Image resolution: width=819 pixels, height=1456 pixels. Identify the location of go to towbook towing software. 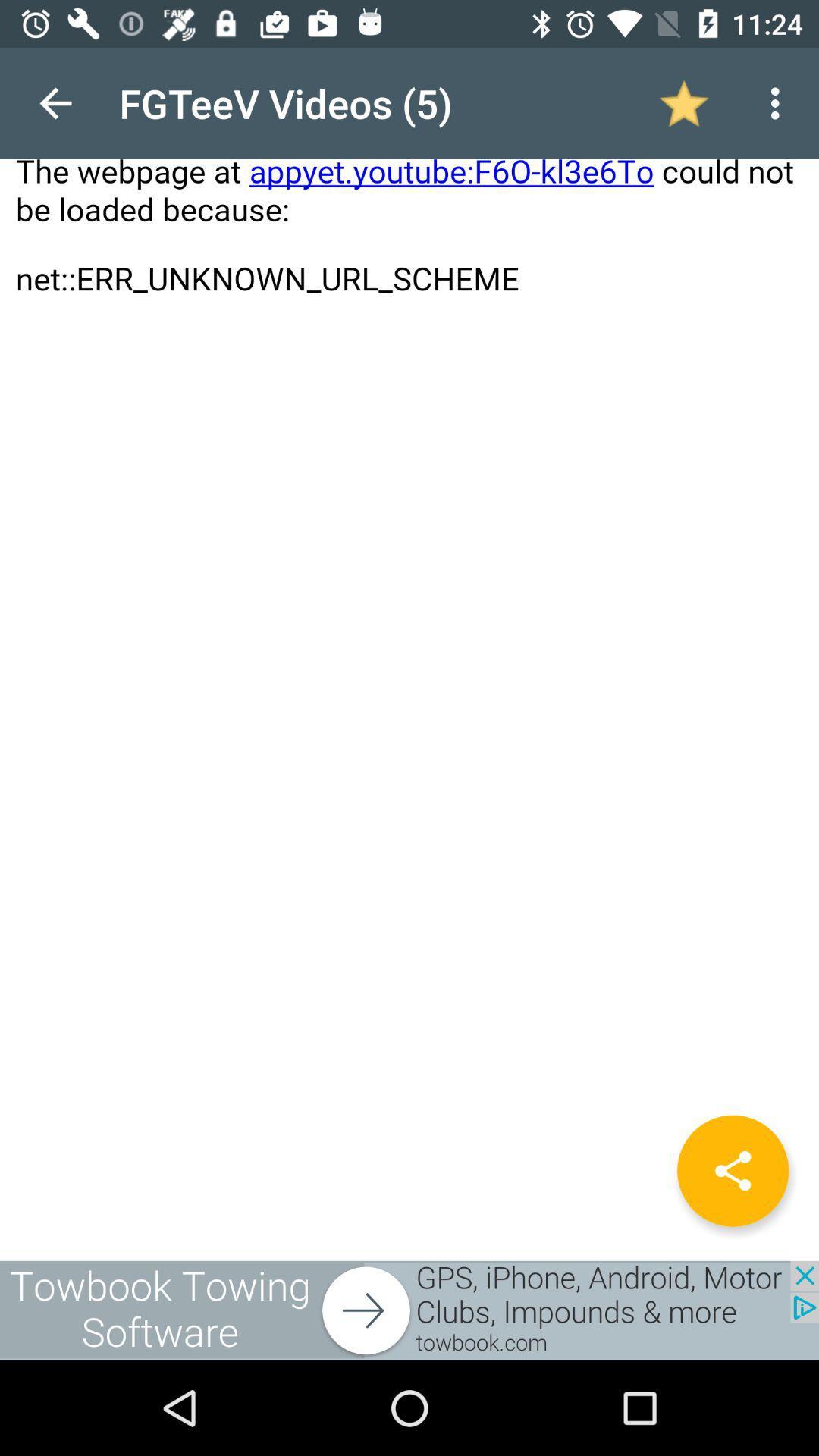
(409, 1310).